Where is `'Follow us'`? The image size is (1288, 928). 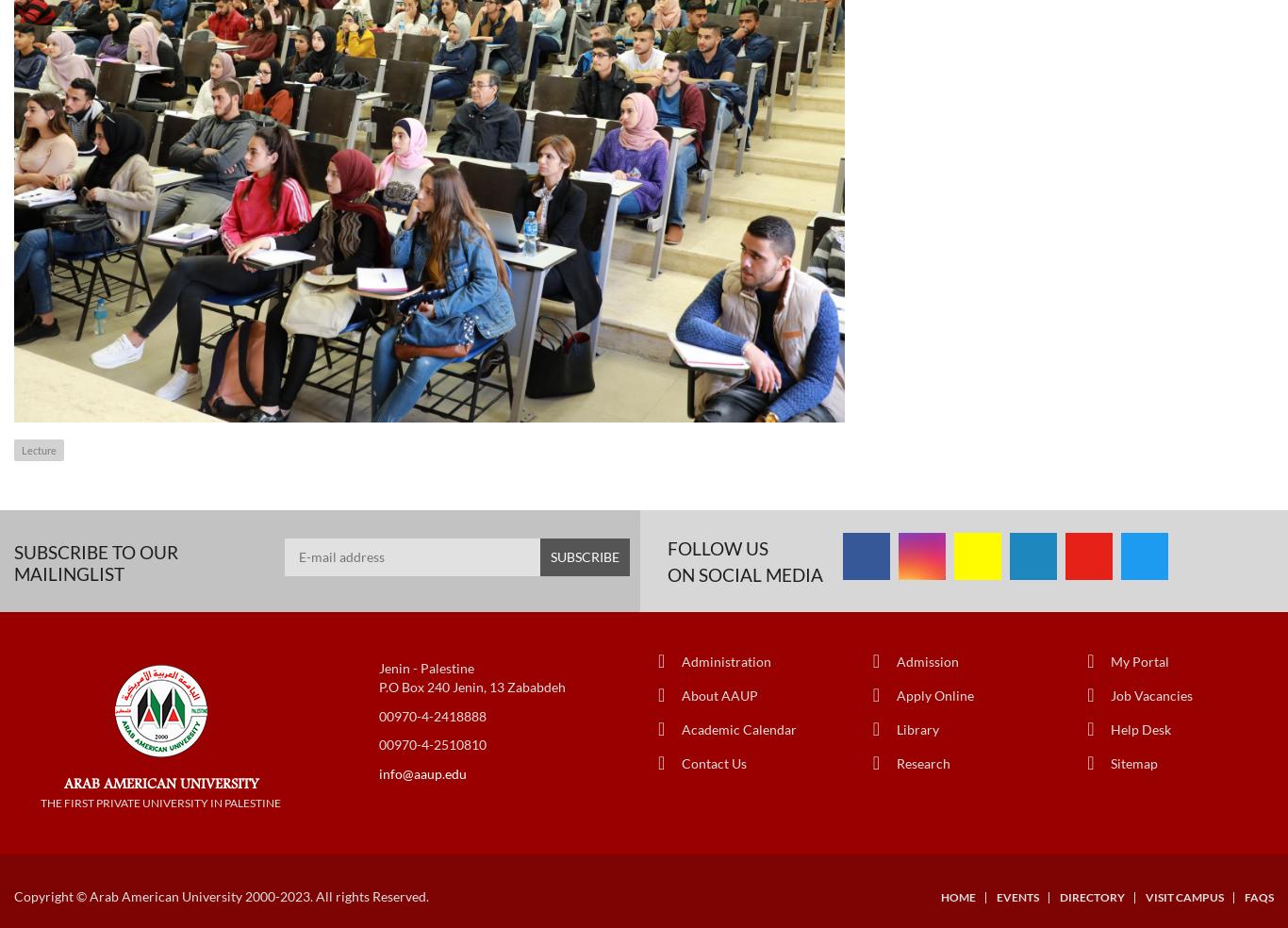 'Follow us' is located at coordinates (718, 546).